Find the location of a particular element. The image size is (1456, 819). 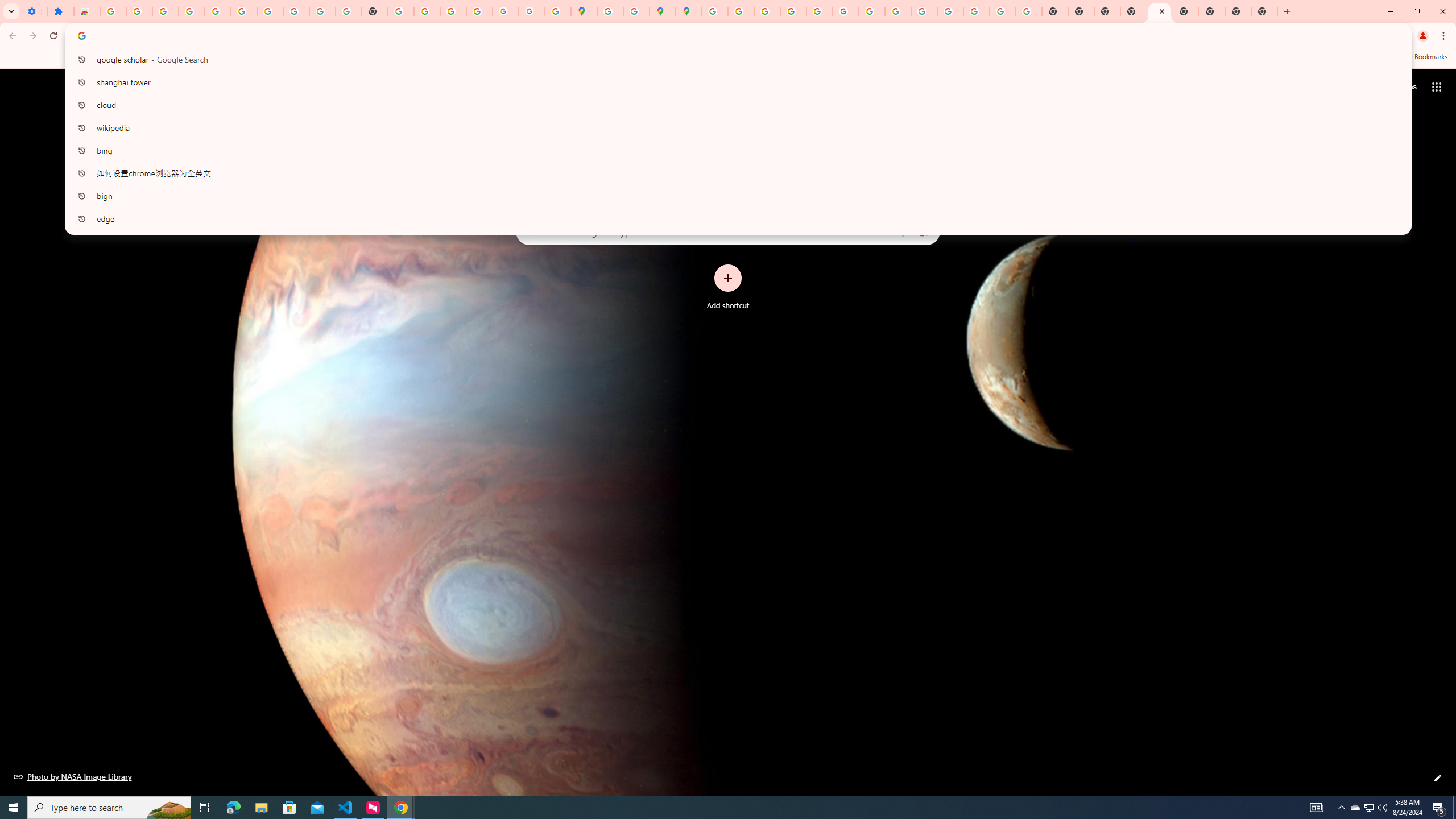

'Delete photos & videos - Computer - Google Photos Help' is located at coordinates (164, 11).